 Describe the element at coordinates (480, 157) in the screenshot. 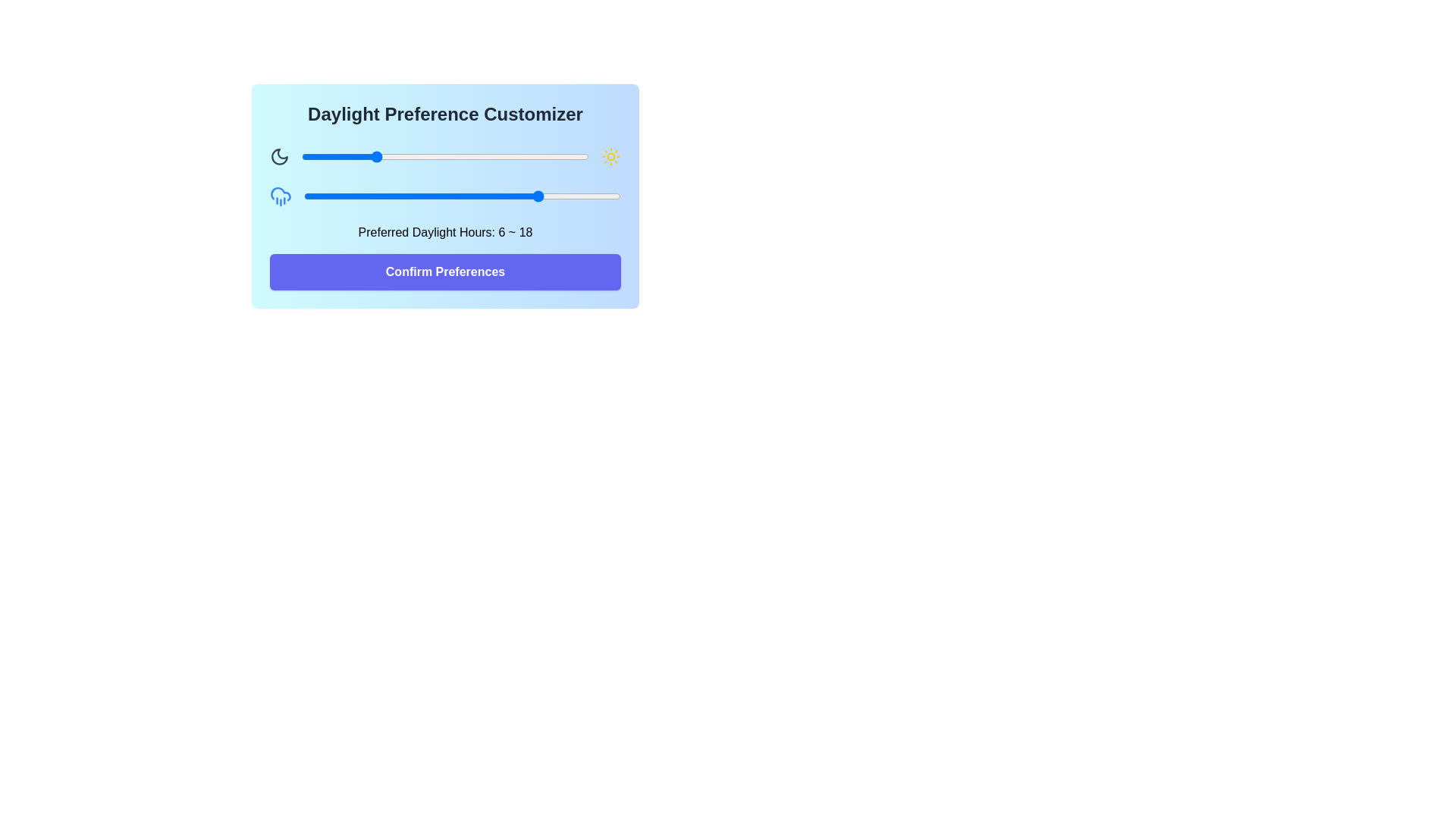

I see `the daylight hours` at that location.